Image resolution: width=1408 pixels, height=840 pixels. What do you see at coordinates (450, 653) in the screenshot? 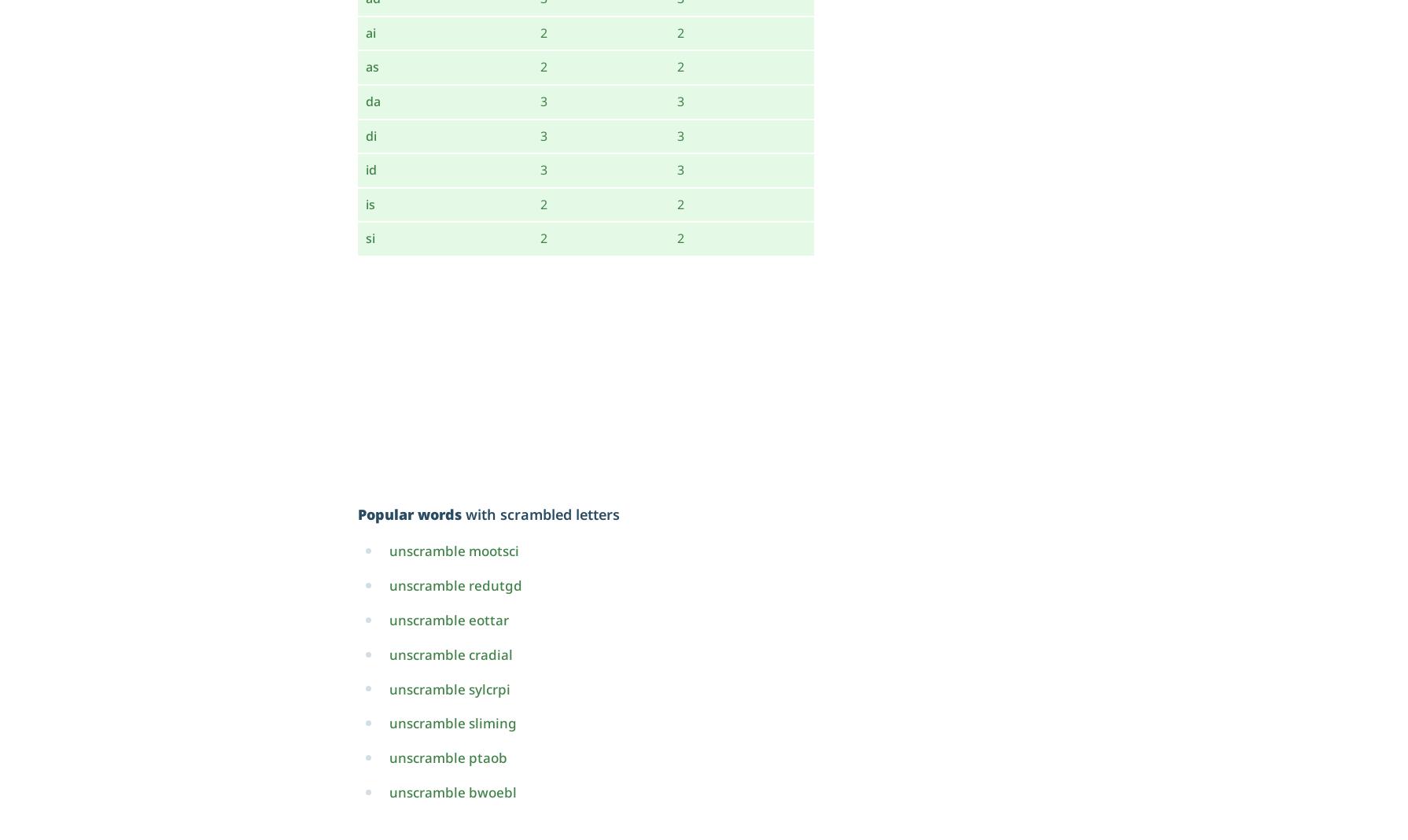
I see `'unscramble cradial'` at bounding box center [450, 653].